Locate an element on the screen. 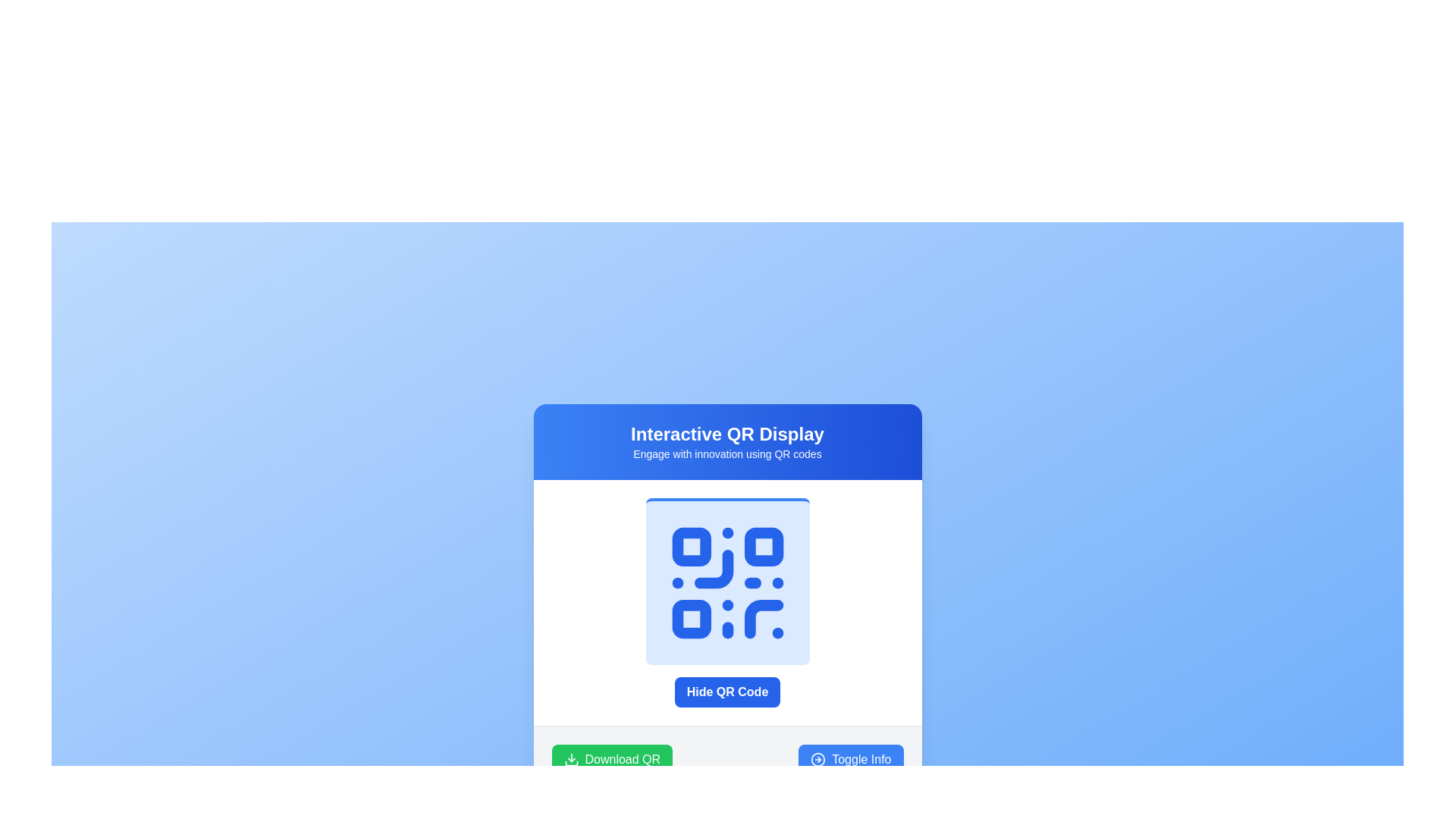 The height and width of the screenshot is (819, 1456). the icon located to the left of the 'Toggle Info' text within the button in the bottom-right section of the main interface block is located at coordinates (817, 759).